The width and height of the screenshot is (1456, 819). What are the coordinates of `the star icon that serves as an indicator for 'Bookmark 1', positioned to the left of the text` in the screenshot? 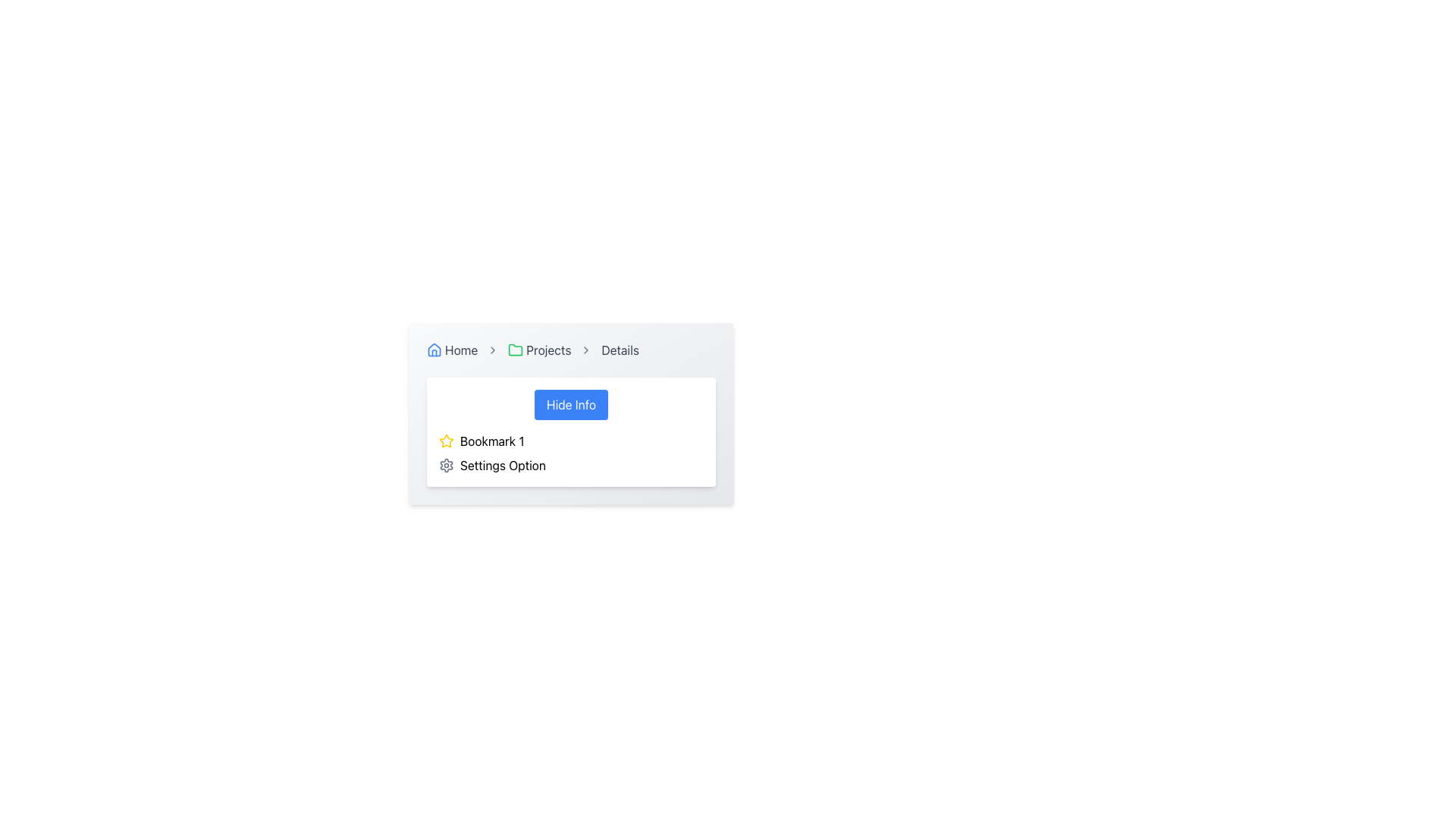 It's located at (446, 441).